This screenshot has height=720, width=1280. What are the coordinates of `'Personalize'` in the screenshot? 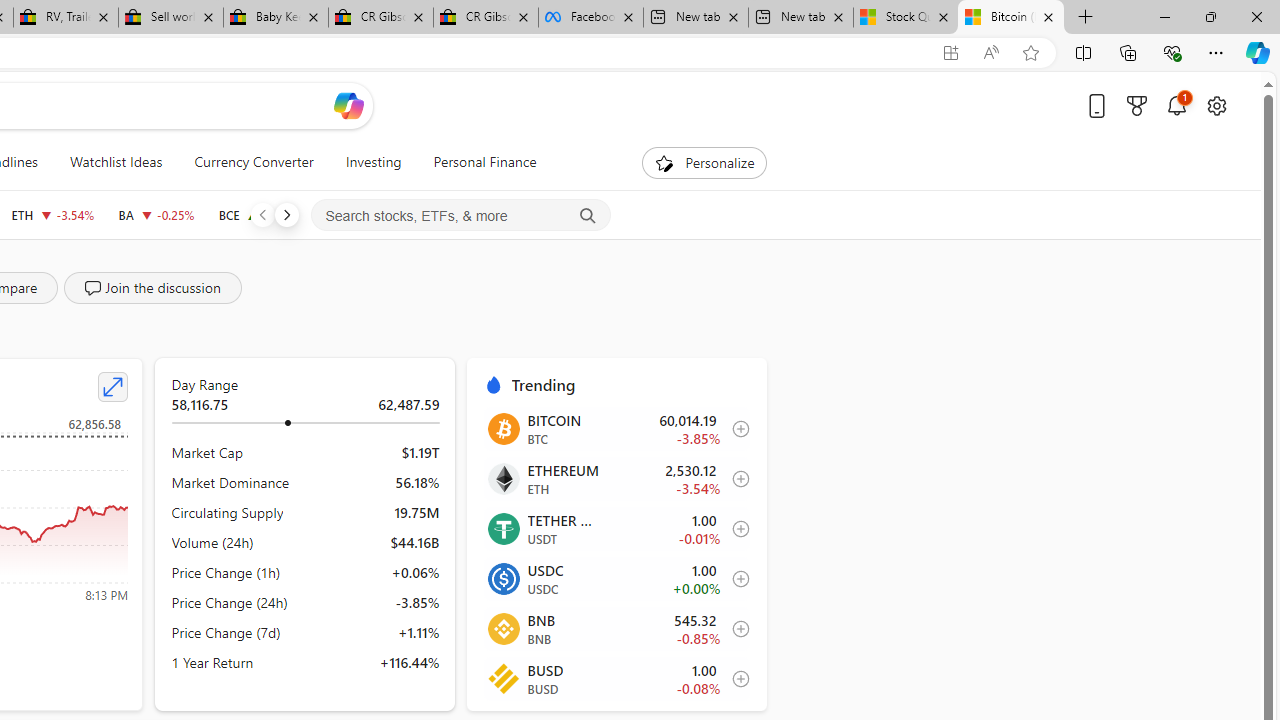 It's located at (704, 162).